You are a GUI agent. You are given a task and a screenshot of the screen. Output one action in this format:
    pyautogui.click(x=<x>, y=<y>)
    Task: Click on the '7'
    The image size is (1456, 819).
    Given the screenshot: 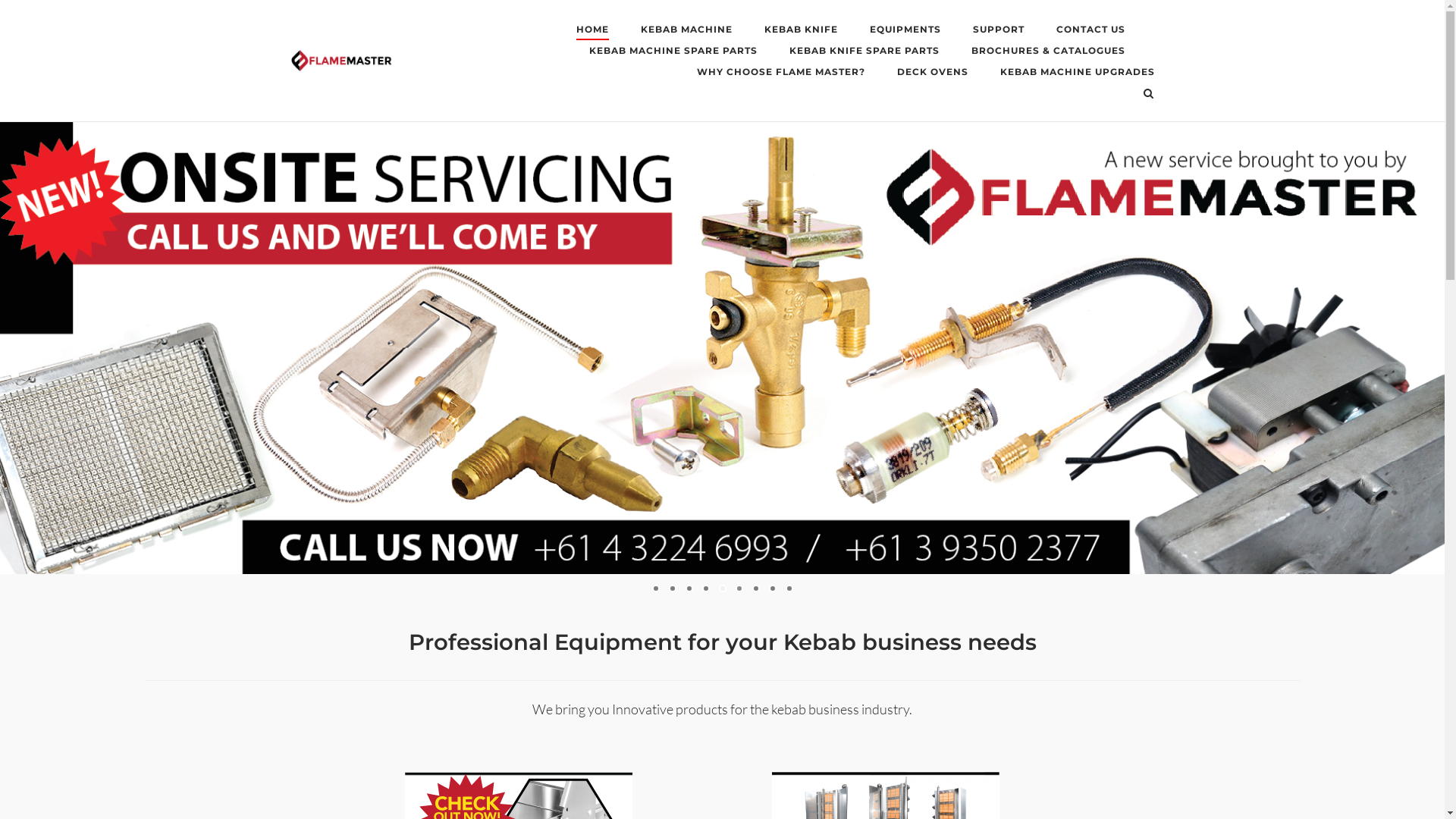 What is the action you would take?
    pyautogui.click(x=756, y=587)
    